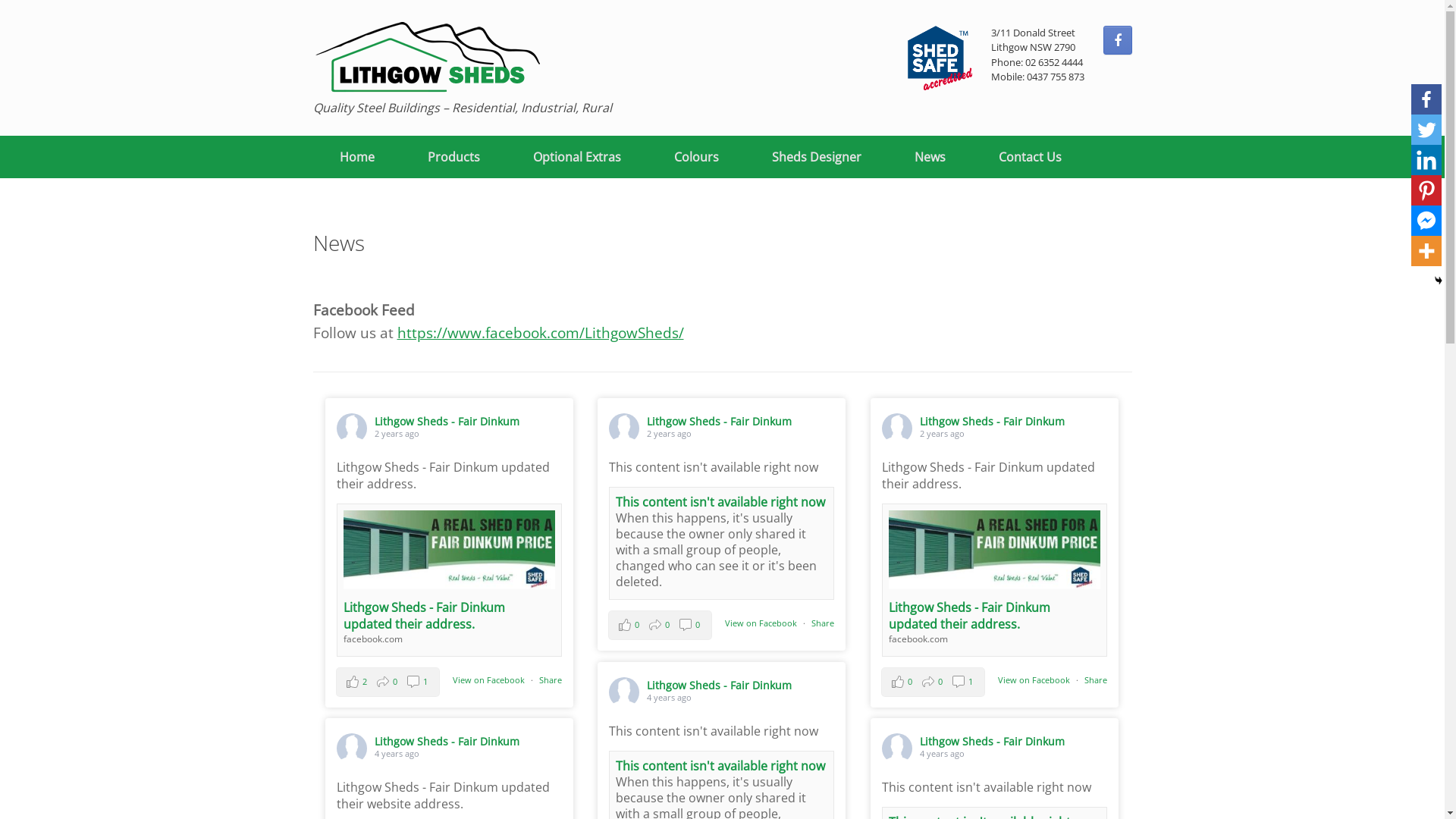 Image resolution: width=1456 pixels, height=819 pixels. What do you see at coordinates (1426, 189) in the screenshot?
I see `'Pinterest'` at bounding box center [1426, 189].